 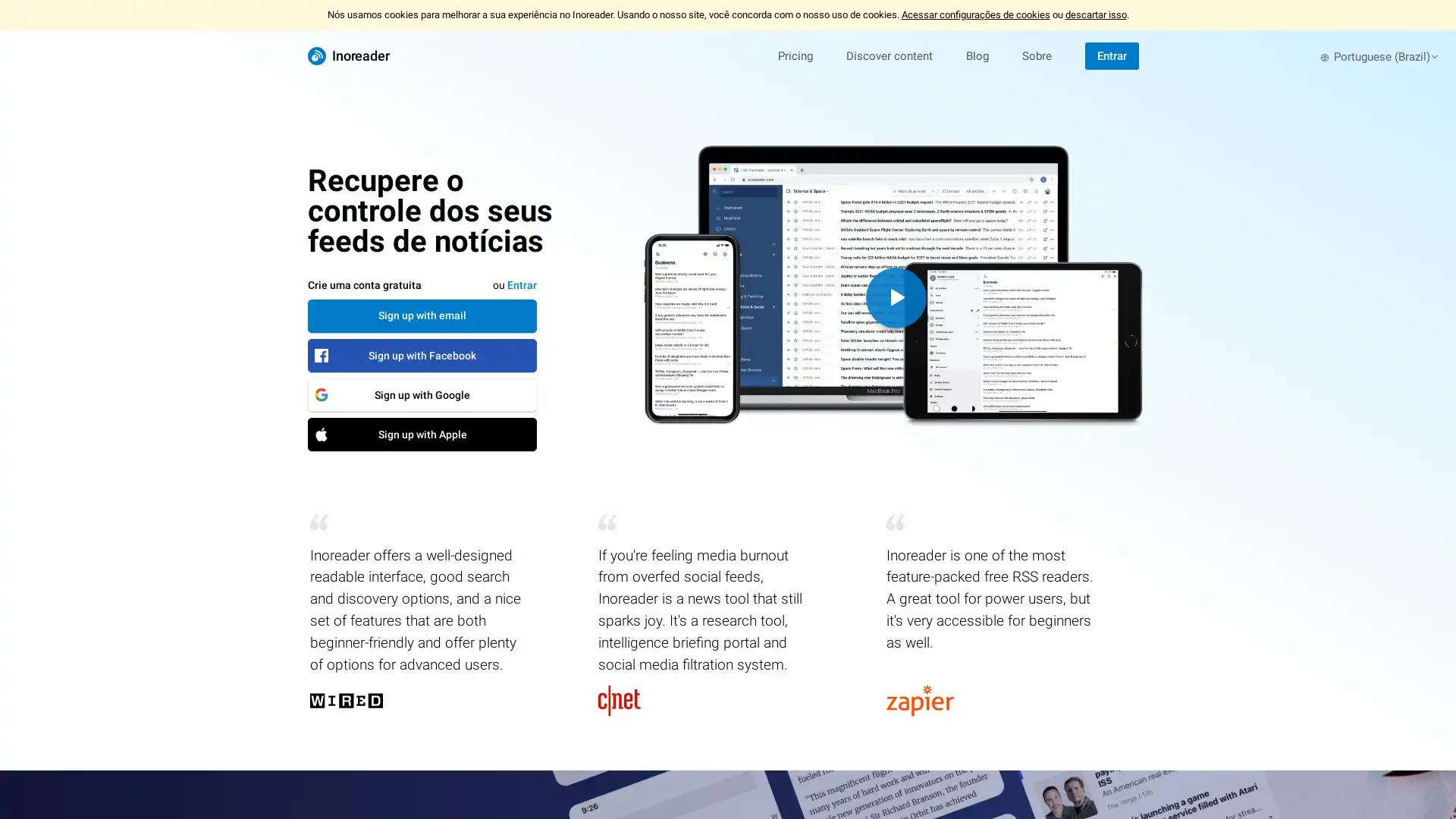 I want to click on Sign up with Facebook, so click(x=422, y=354).